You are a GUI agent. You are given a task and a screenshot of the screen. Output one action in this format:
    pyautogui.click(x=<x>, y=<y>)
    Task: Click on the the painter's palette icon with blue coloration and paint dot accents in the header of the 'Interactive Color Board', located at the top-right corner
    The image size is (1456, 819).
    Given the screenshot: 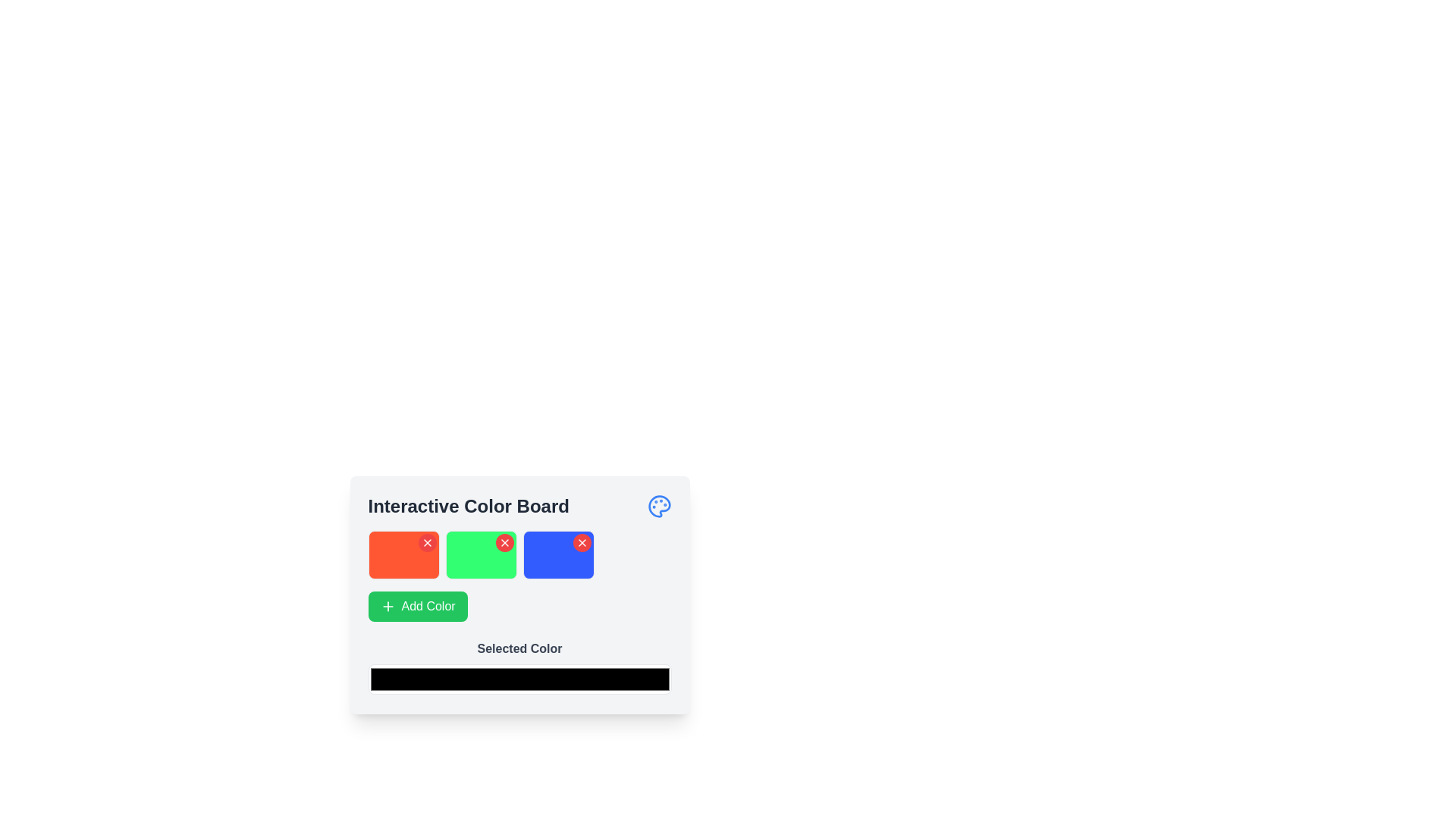 What is the action you would take?
    pyautogui.click(x=659, y=506)
    